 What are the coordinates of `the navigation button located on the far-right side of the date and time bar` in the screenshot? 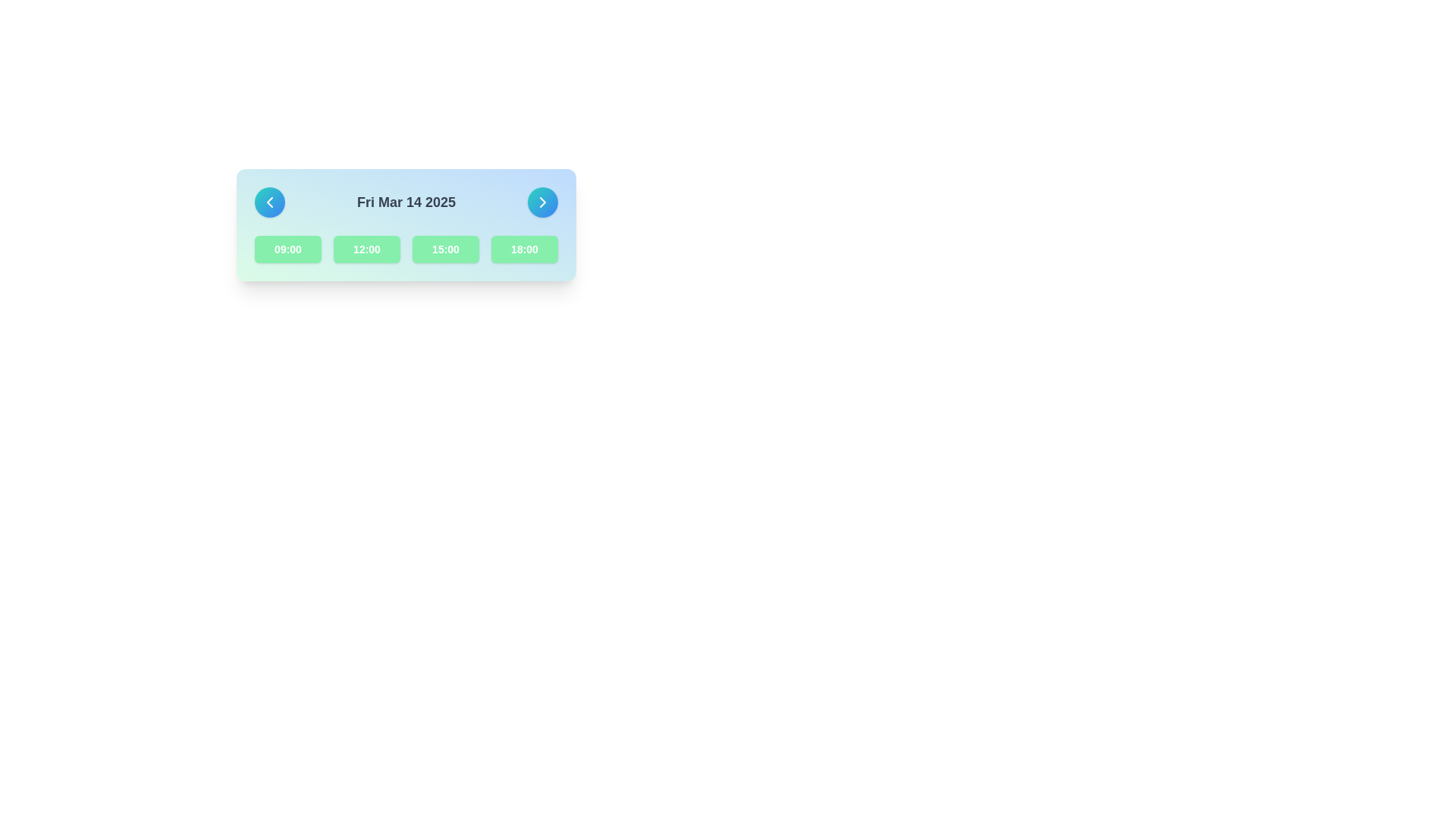 It's located at (542, 201).